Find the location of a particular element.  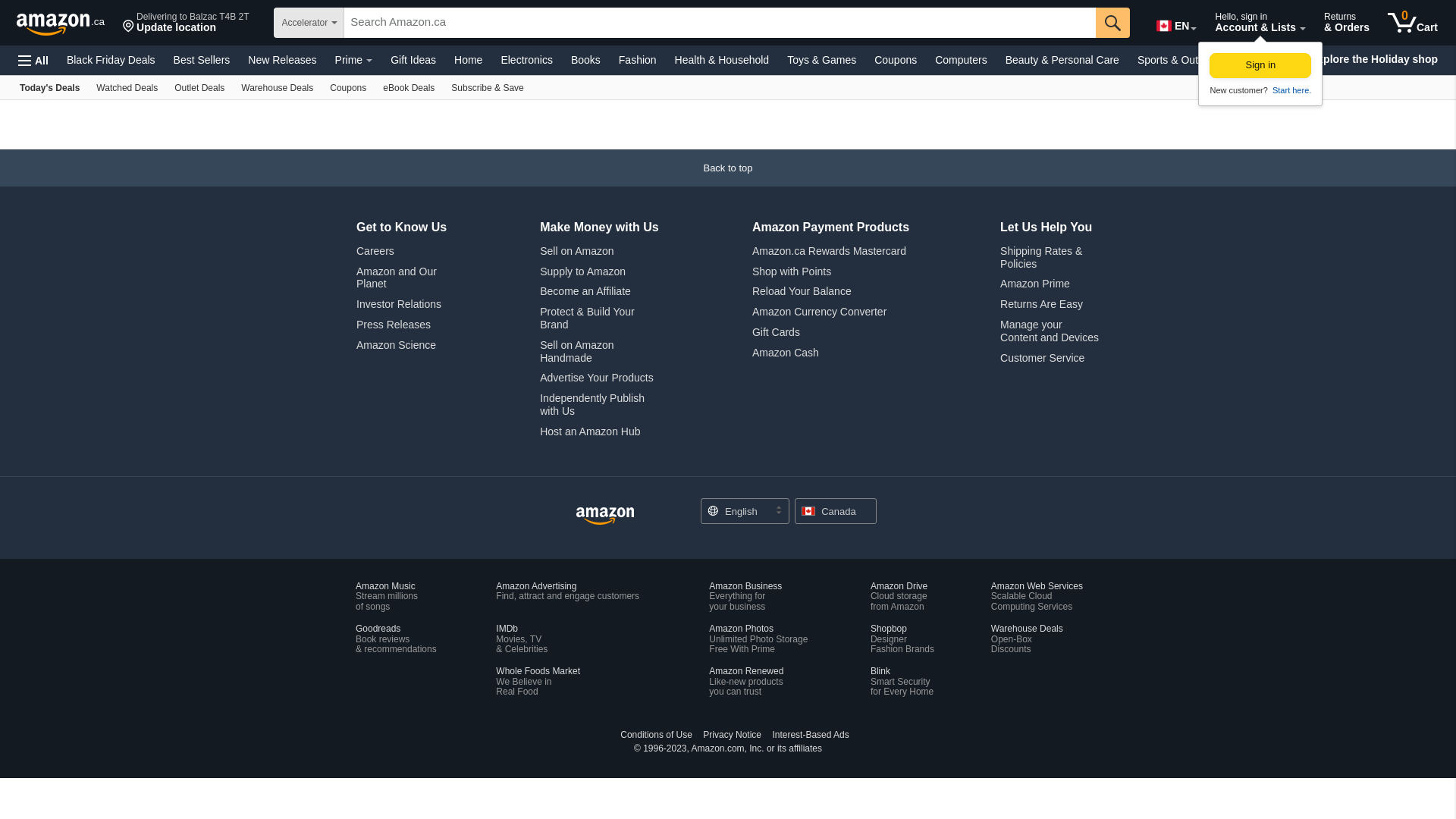

'Shipping Rates & Policies' is located at coordinates (1040, 256).